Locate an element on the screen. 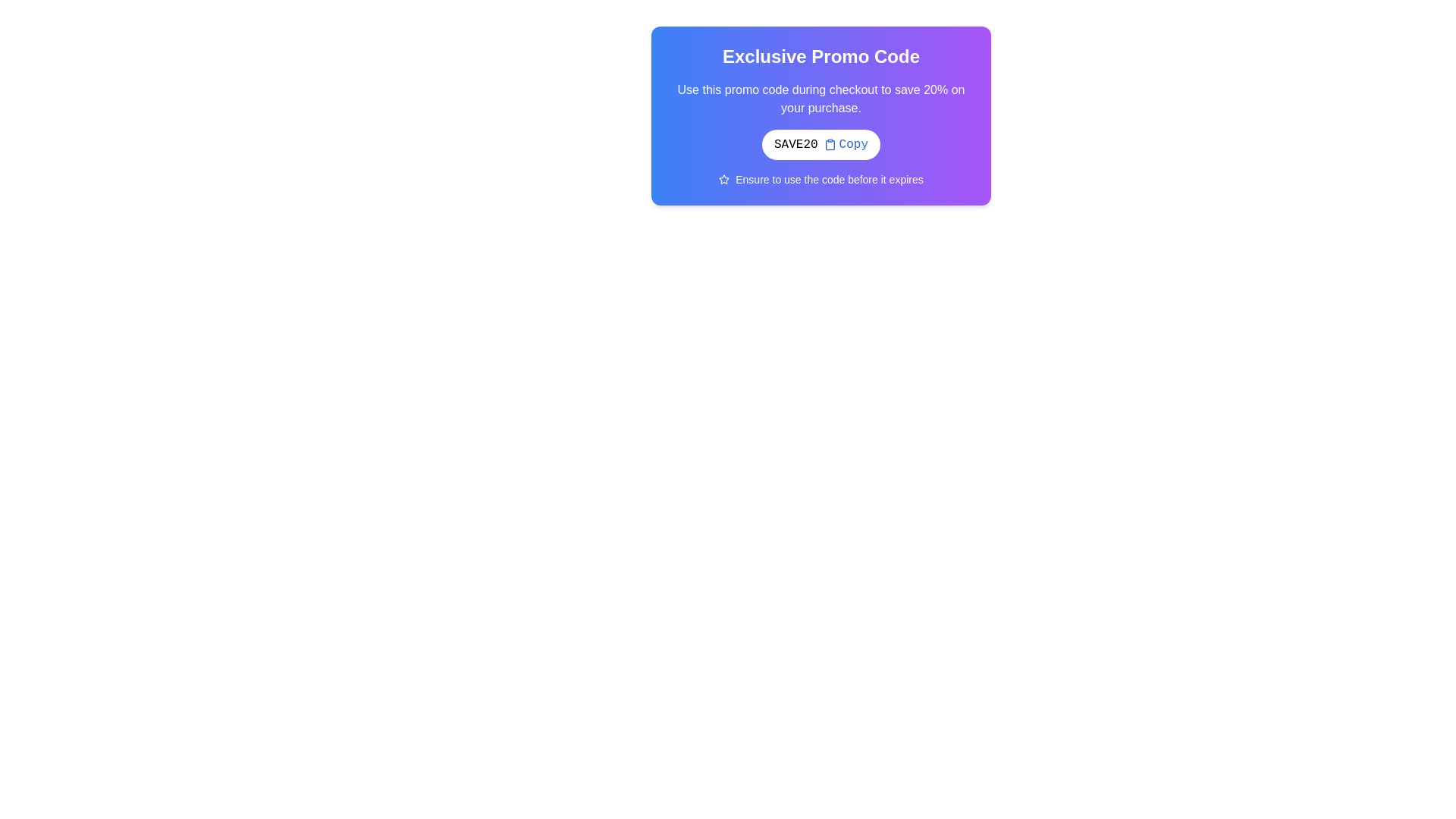  the star icon located immediately to the left of the text 'Ensure to use the code before it expires' is located at coordinates (723, 178).